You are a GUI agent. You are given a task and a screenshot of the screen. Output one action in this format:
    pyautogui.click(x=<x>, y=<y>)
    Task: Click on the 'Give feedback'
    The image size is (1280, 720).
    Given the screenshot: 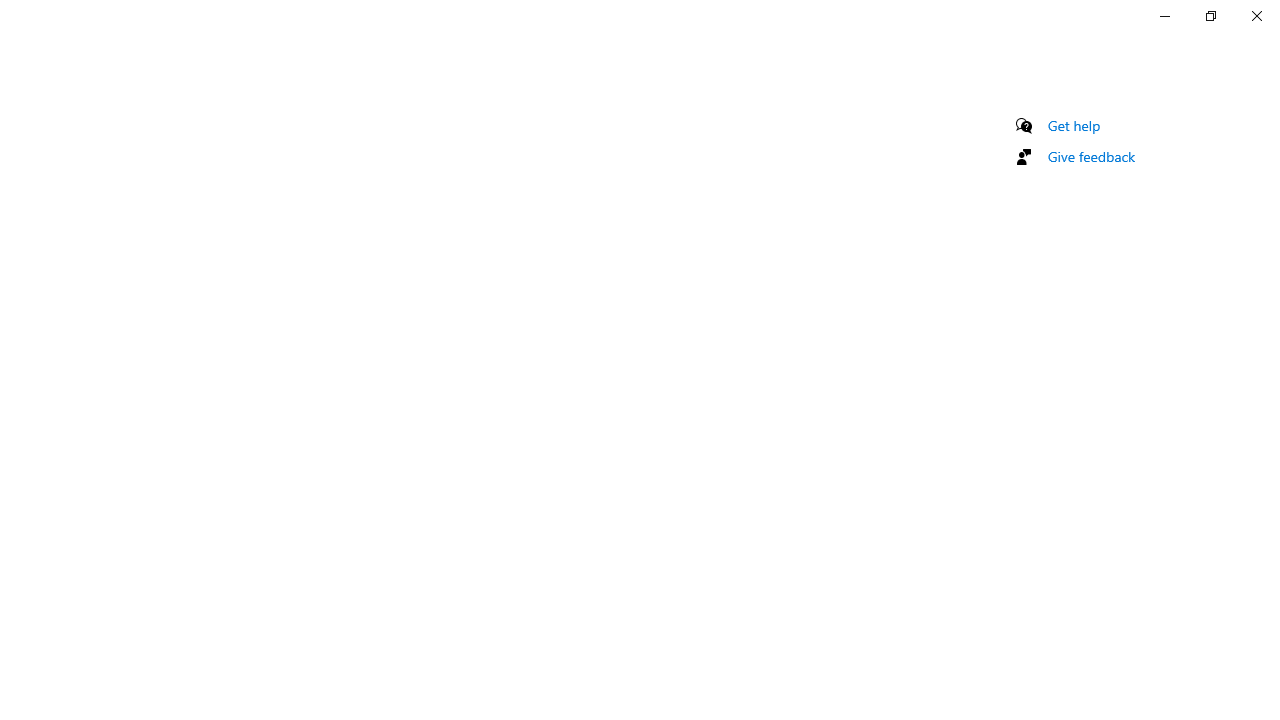 What is the action you would take?
    pyautogui.click(x=1090, y=155)
    